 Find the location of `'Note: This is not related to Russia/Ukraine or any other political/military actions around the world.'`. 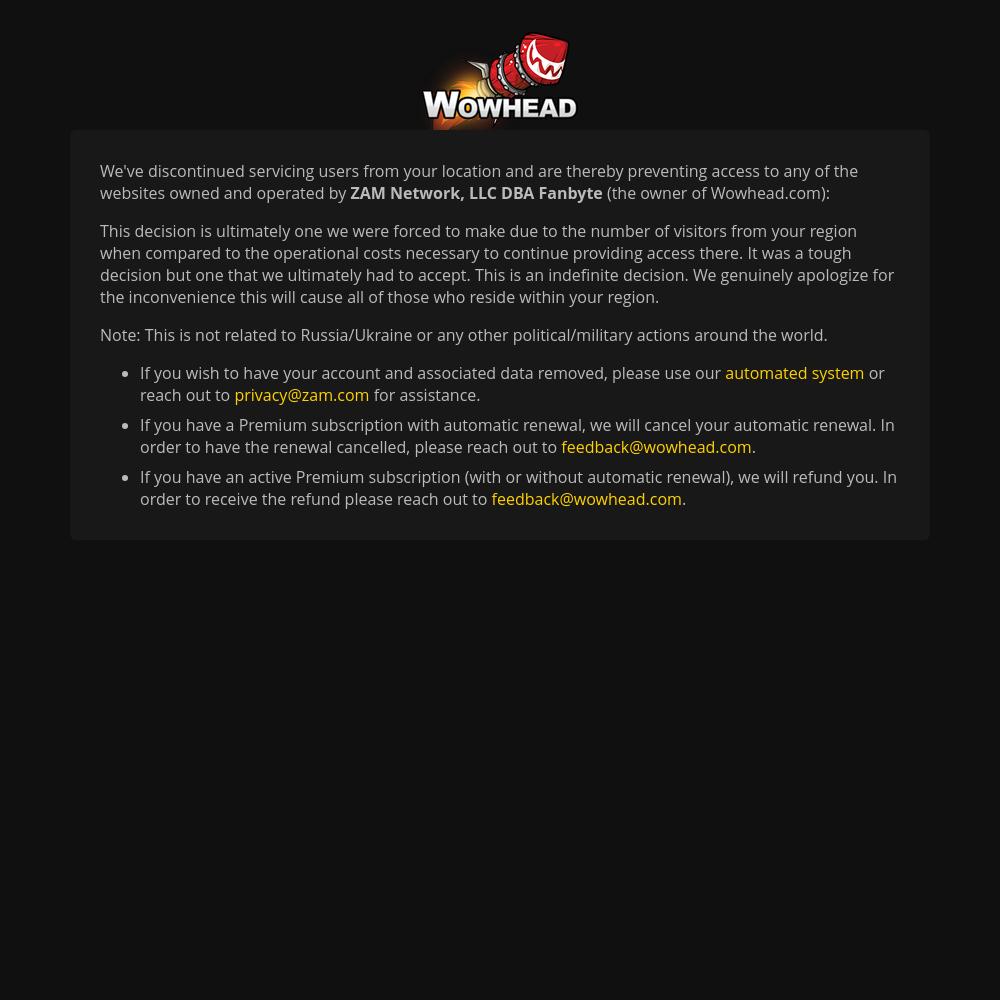

'Note: This is not related to Russia/Ukraine or any other political/military actions around the world.' is located at coordinates (462, 334).